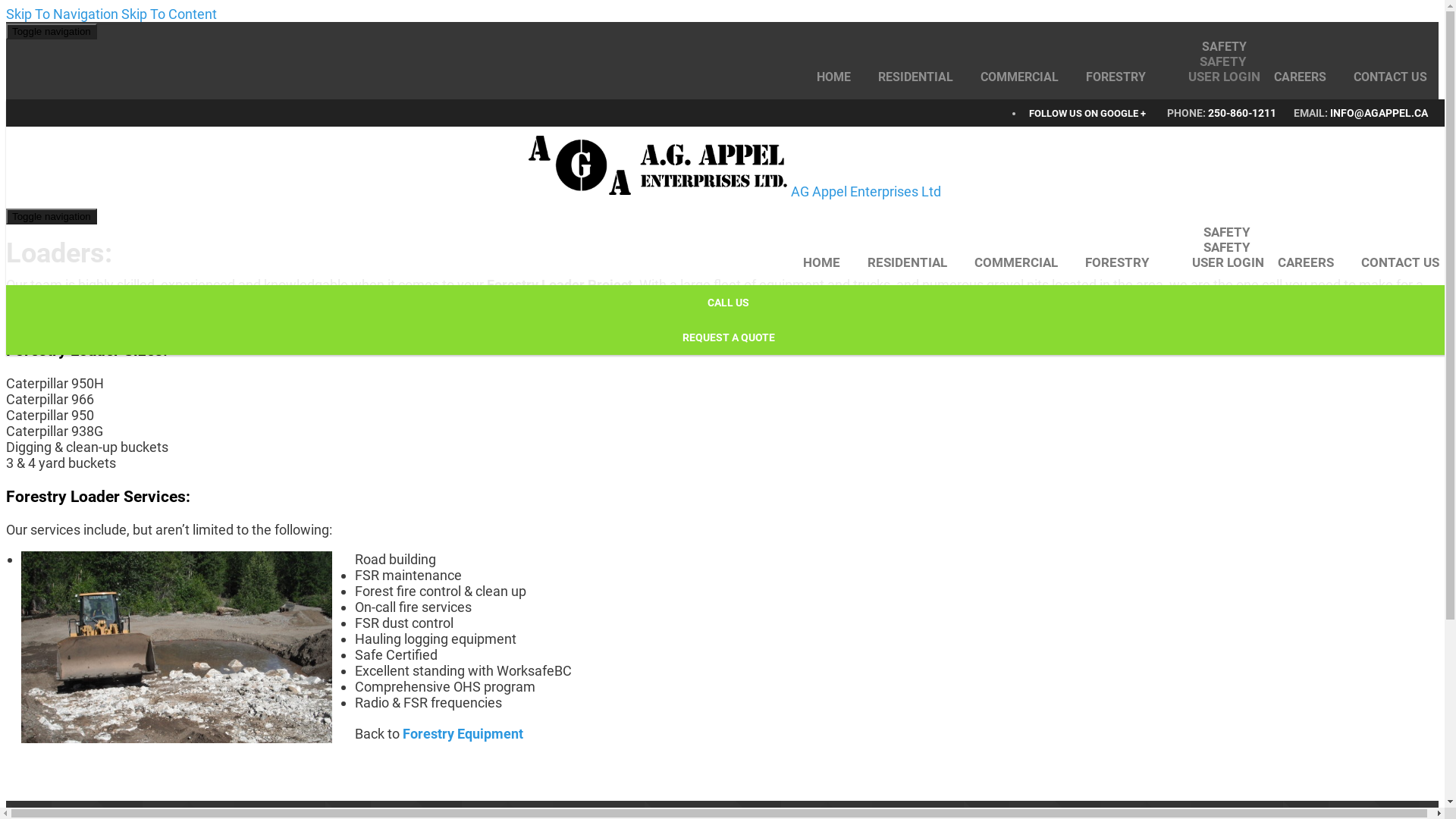 Image resolution: width=1456 pixels, height=819 pixels. Describe the element at coordinates (1329, 112) in the screenshot. I see `'INFO@AGAPPEL.CA'` at that location.